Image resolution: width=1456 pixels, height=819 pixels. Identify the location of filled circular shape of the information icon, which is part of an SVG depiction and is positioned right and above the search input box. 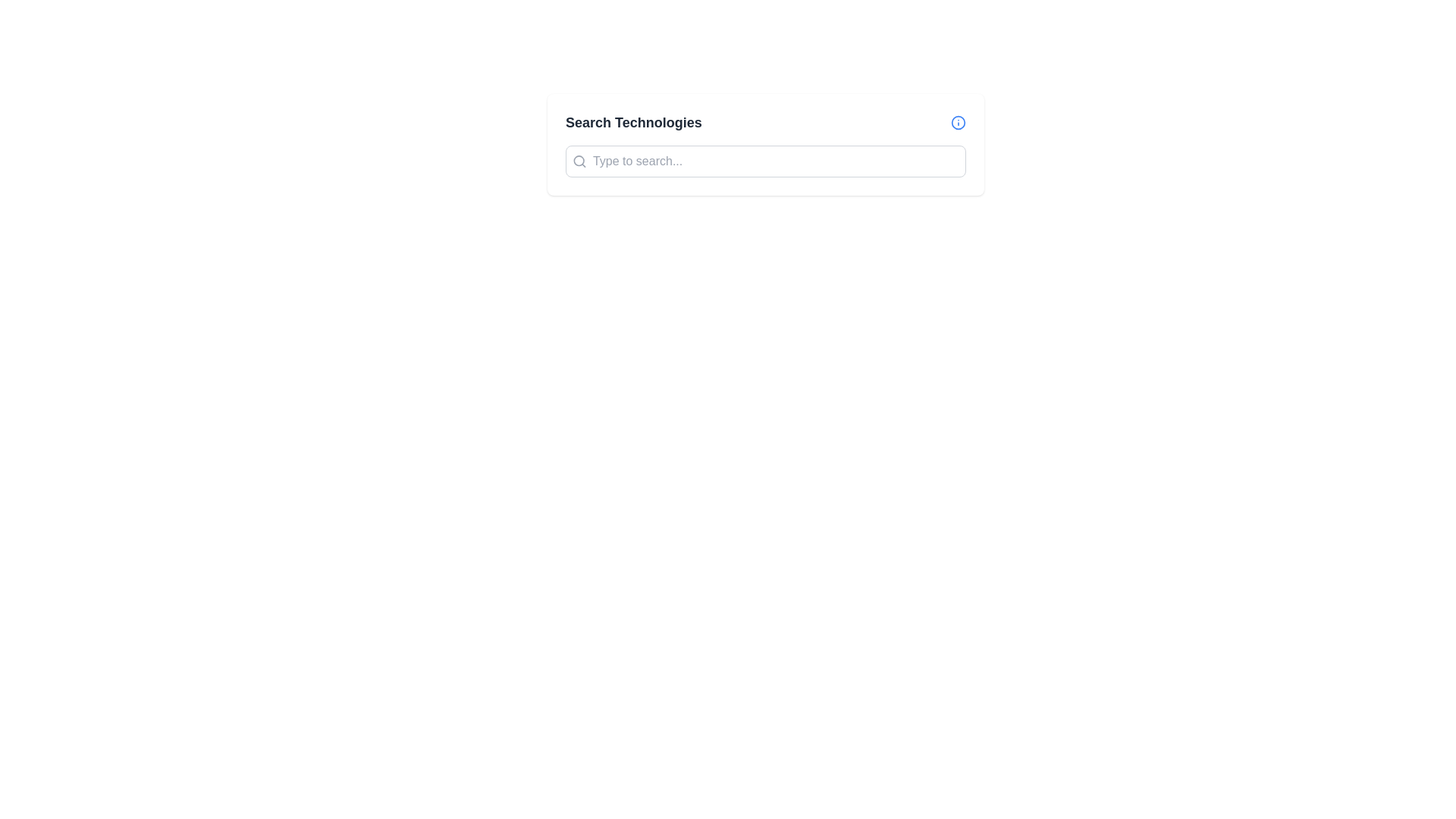
(957, 122).